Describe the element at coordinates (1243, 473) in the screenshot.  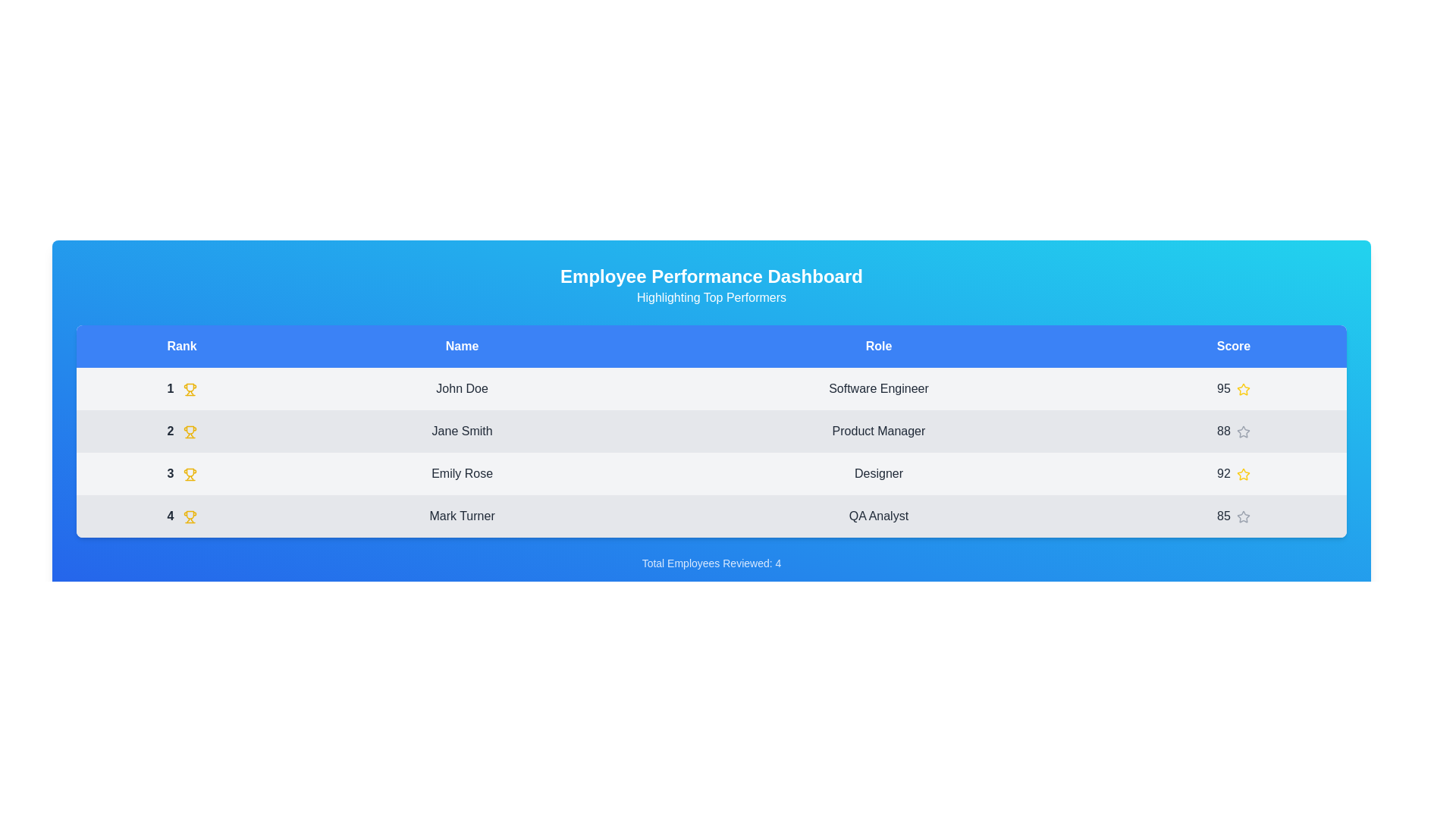
I see `the star icon to rate the employee with 3 stars` at that location.